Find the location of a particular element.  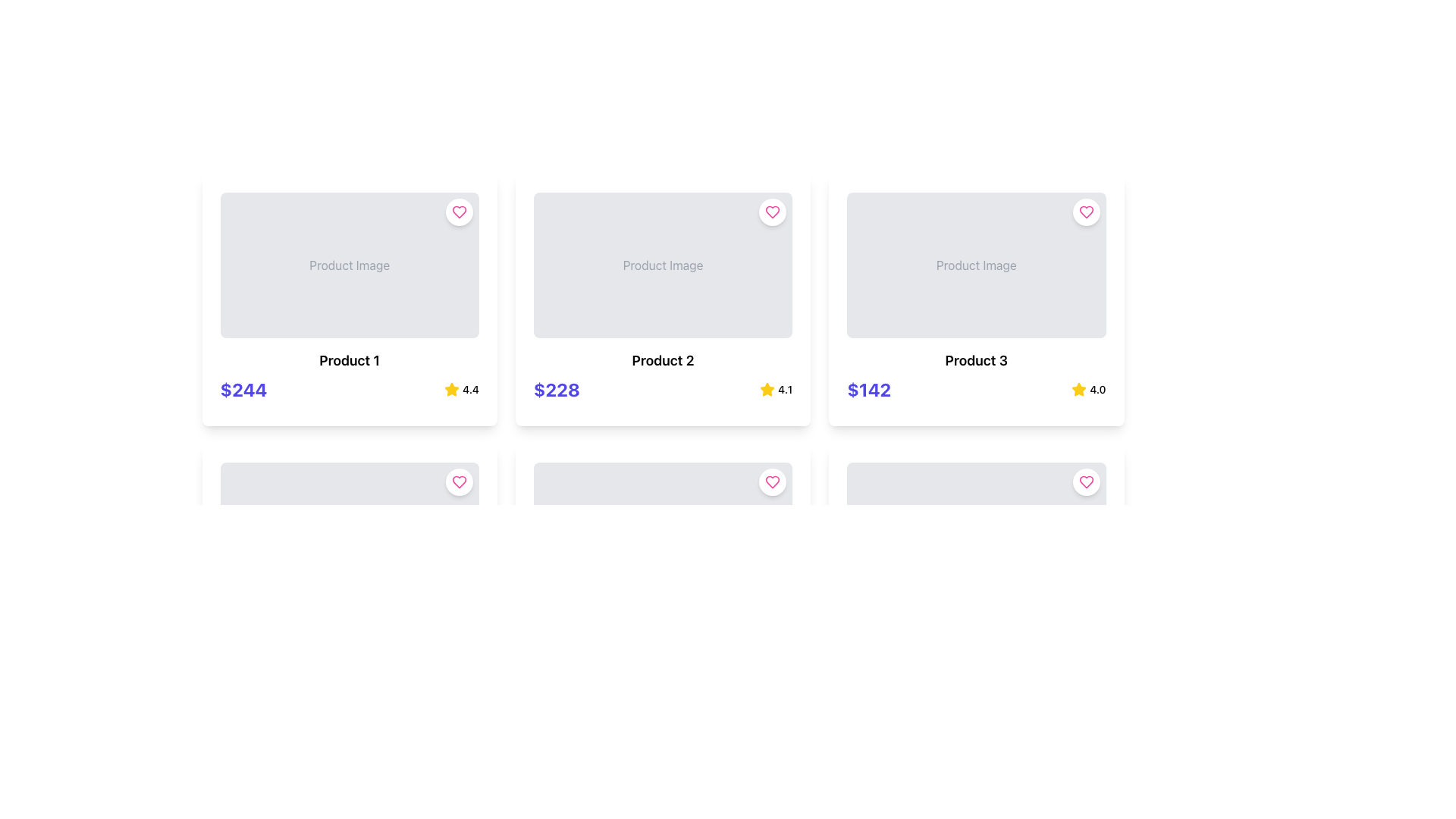

text of the monetary value label styled with large, bold indigo font that displays '$244', located at the lower left of the 'Product 1' card is located at coordinates (243, 388).